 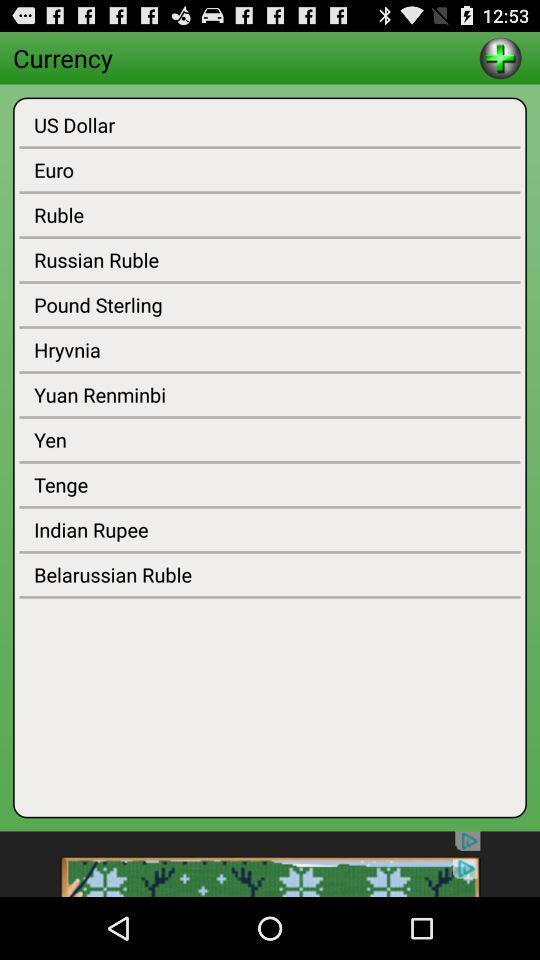 What do you see at coordinates (499, 61) in the screenshot?
I see `the add icon` at bounding box center [499, 61].